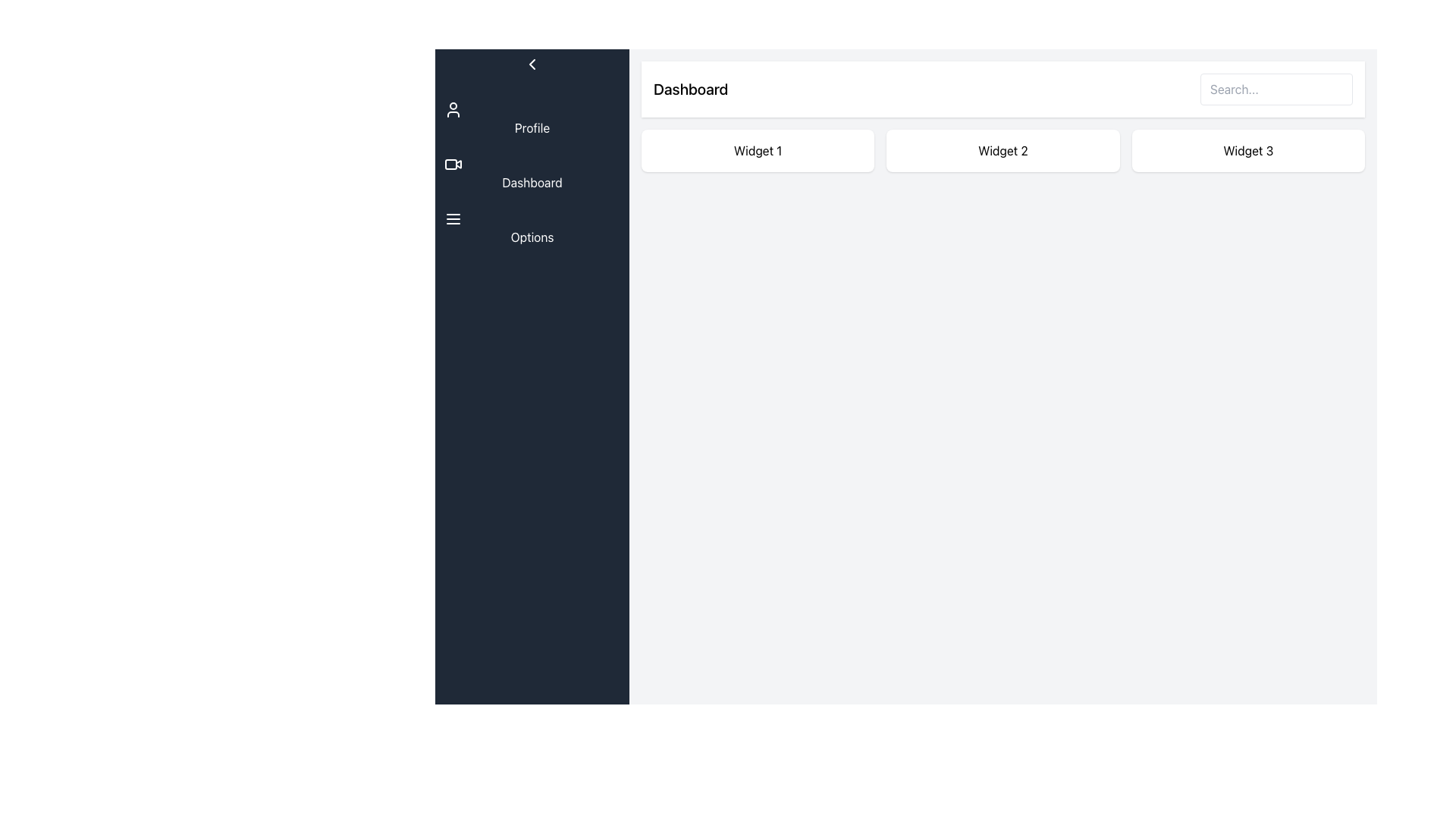 Image resolution: width=1456 pixels, height=819 pixels. Describe the element at coordinates (758, 151) in the screenshot. I see `the rectangular box with a white background and centered text 'Widget 1' in black, located near the top left of the light gray content area` at that location.